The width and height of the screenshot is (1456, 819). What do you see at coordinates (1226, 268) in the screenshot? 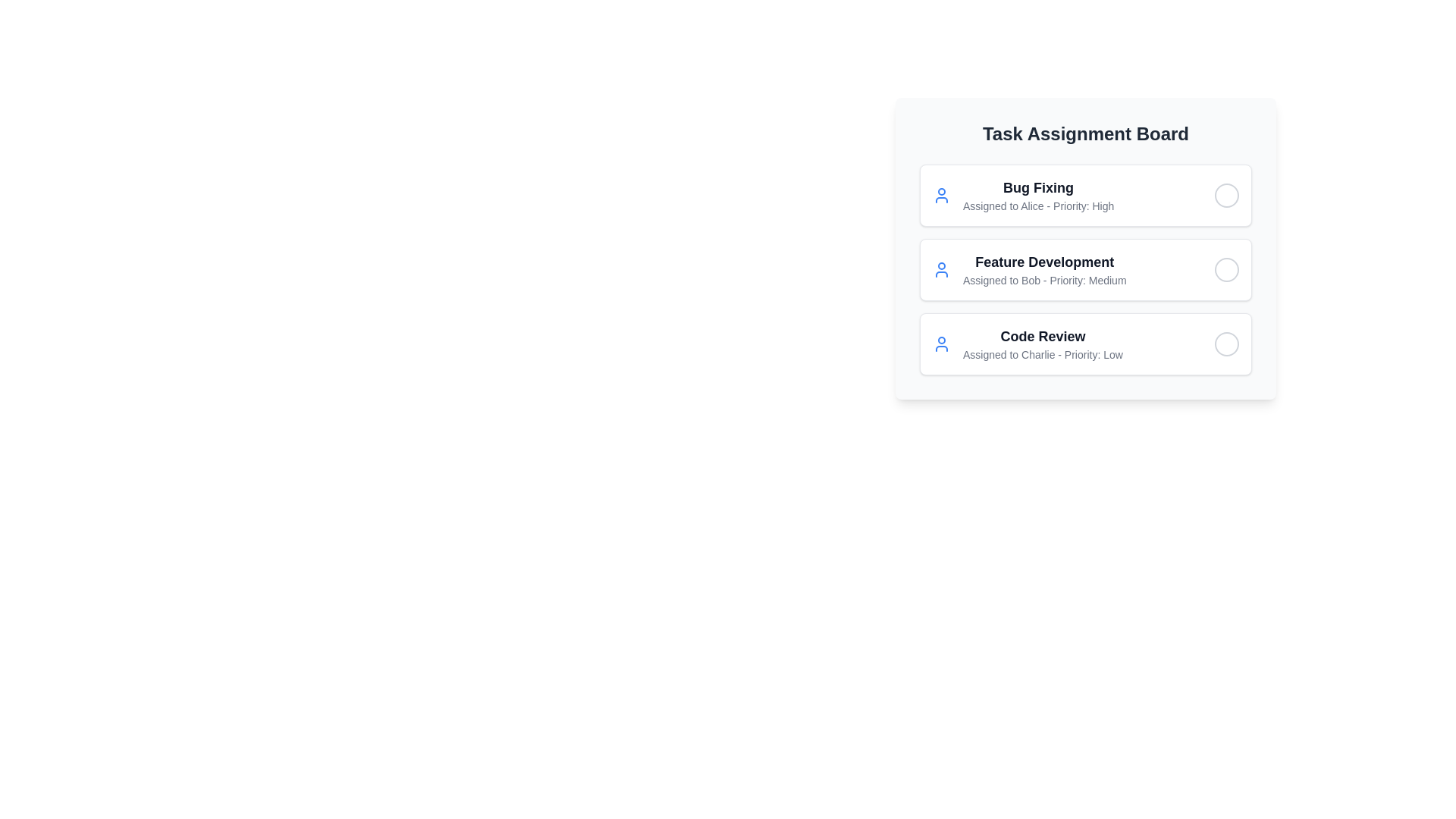
I see `the selection button related to the 'Feature Development' task` at bounding box center [1226, 268].